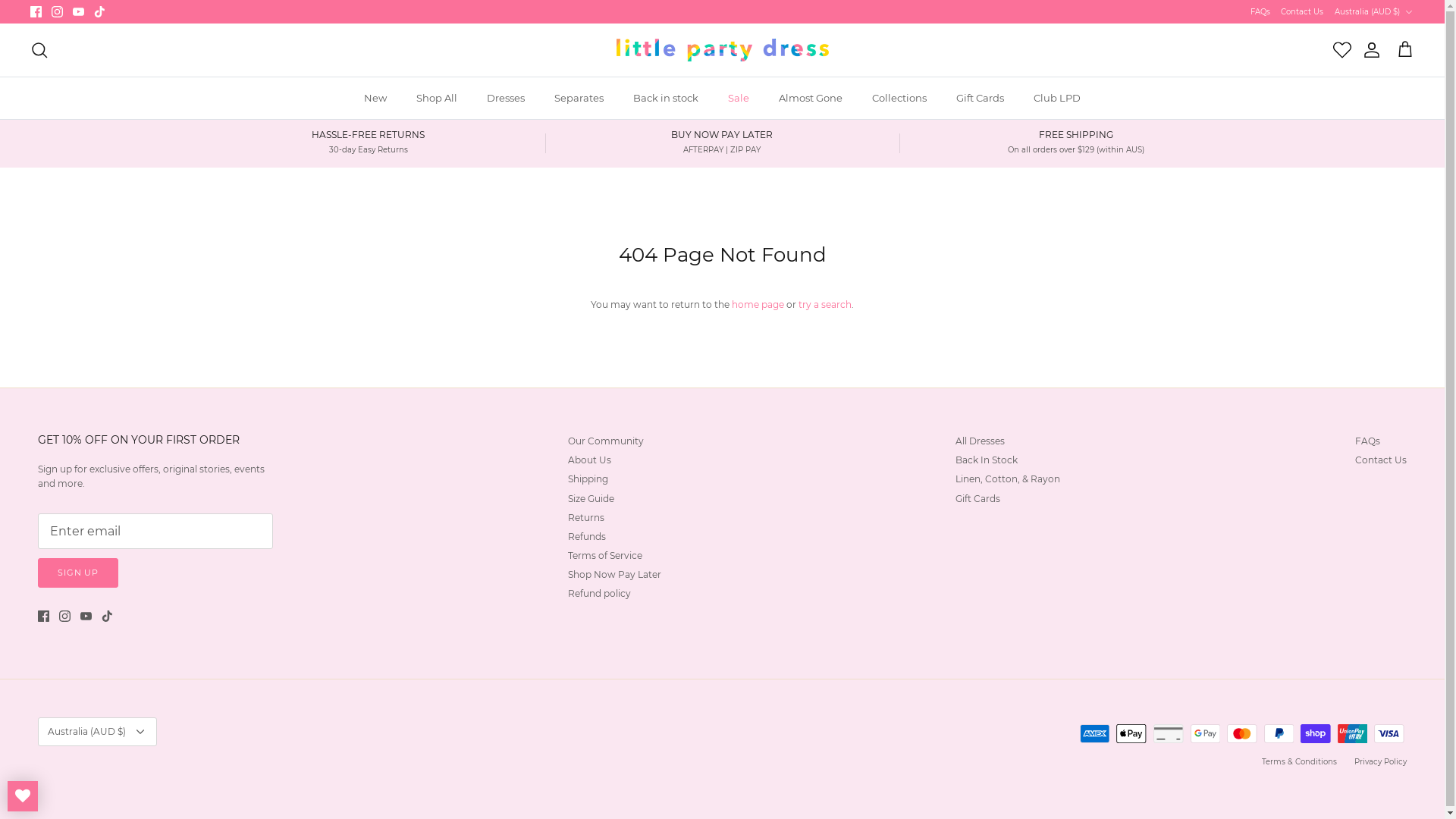  Describe the element at coordinates (1404, 49) in the screenshot. I see `'Cart'` at that location.